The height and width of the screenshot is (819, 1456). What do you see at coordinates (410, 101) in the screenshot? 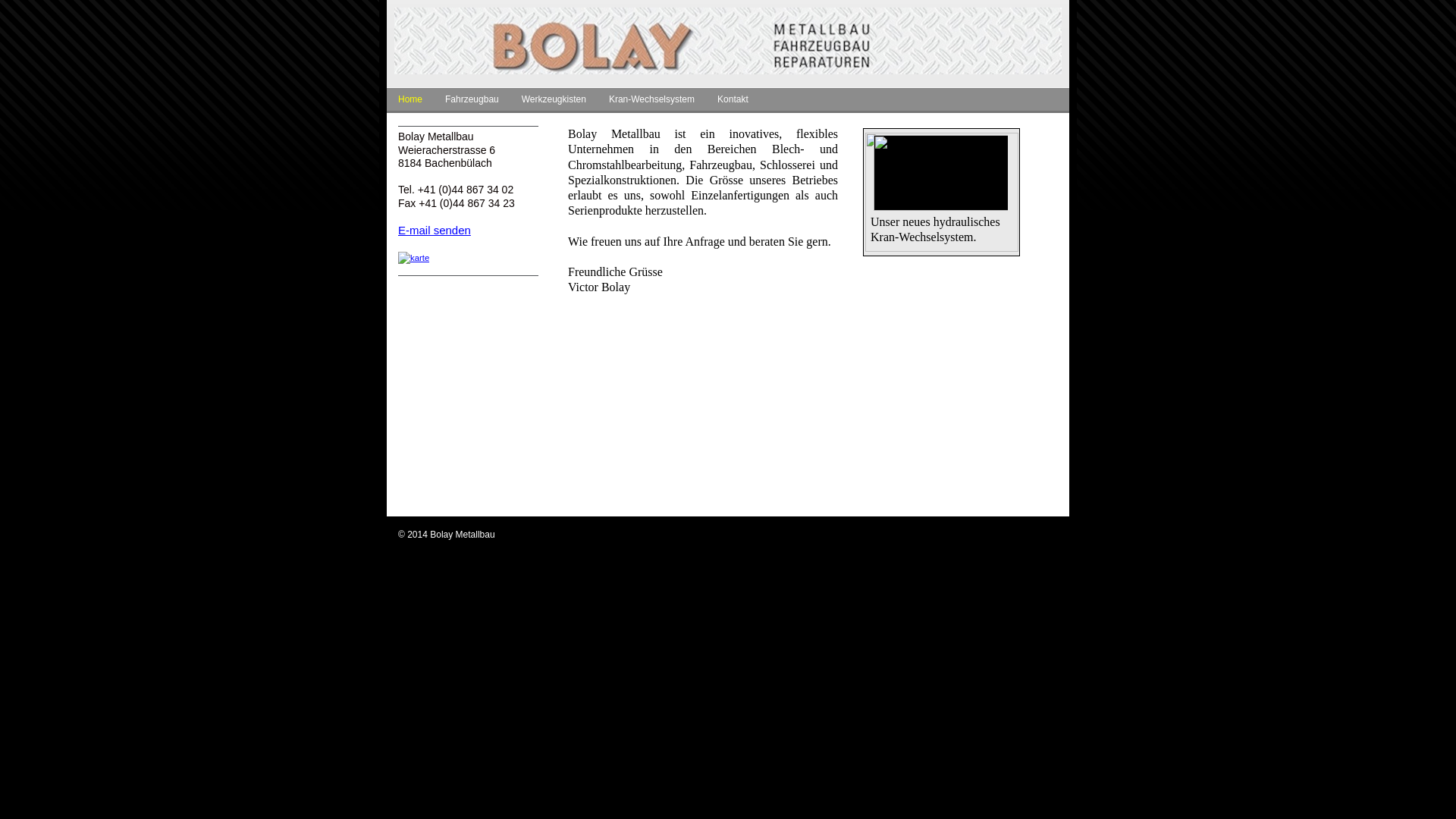
I see `'Home'` at bounding box center [410, 101].